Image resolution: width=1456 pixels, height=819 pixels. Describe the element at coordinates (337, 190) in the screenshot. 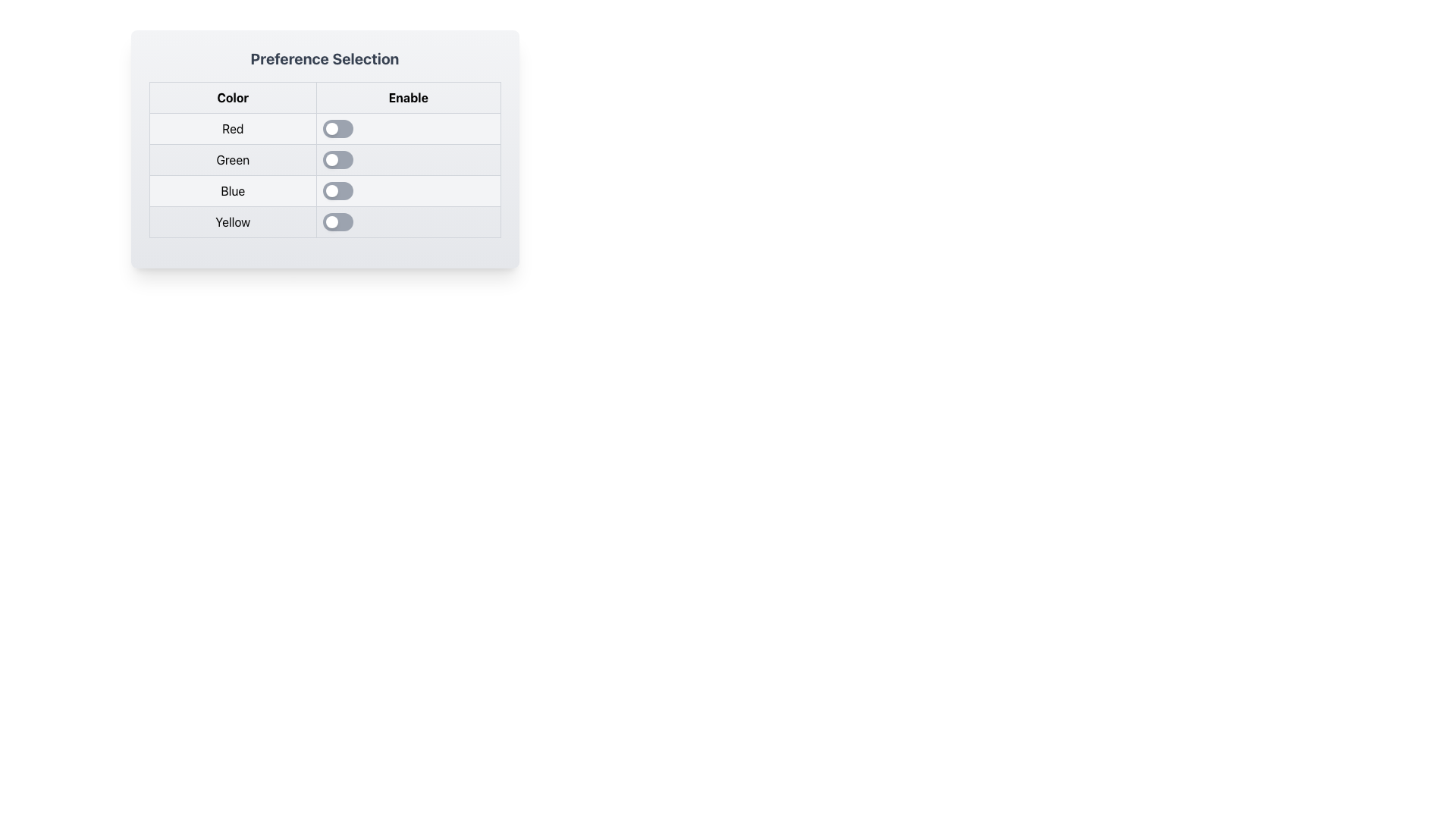

I see `the knob of the toggle switch located in the third row under the 'Enable' column` at that location.